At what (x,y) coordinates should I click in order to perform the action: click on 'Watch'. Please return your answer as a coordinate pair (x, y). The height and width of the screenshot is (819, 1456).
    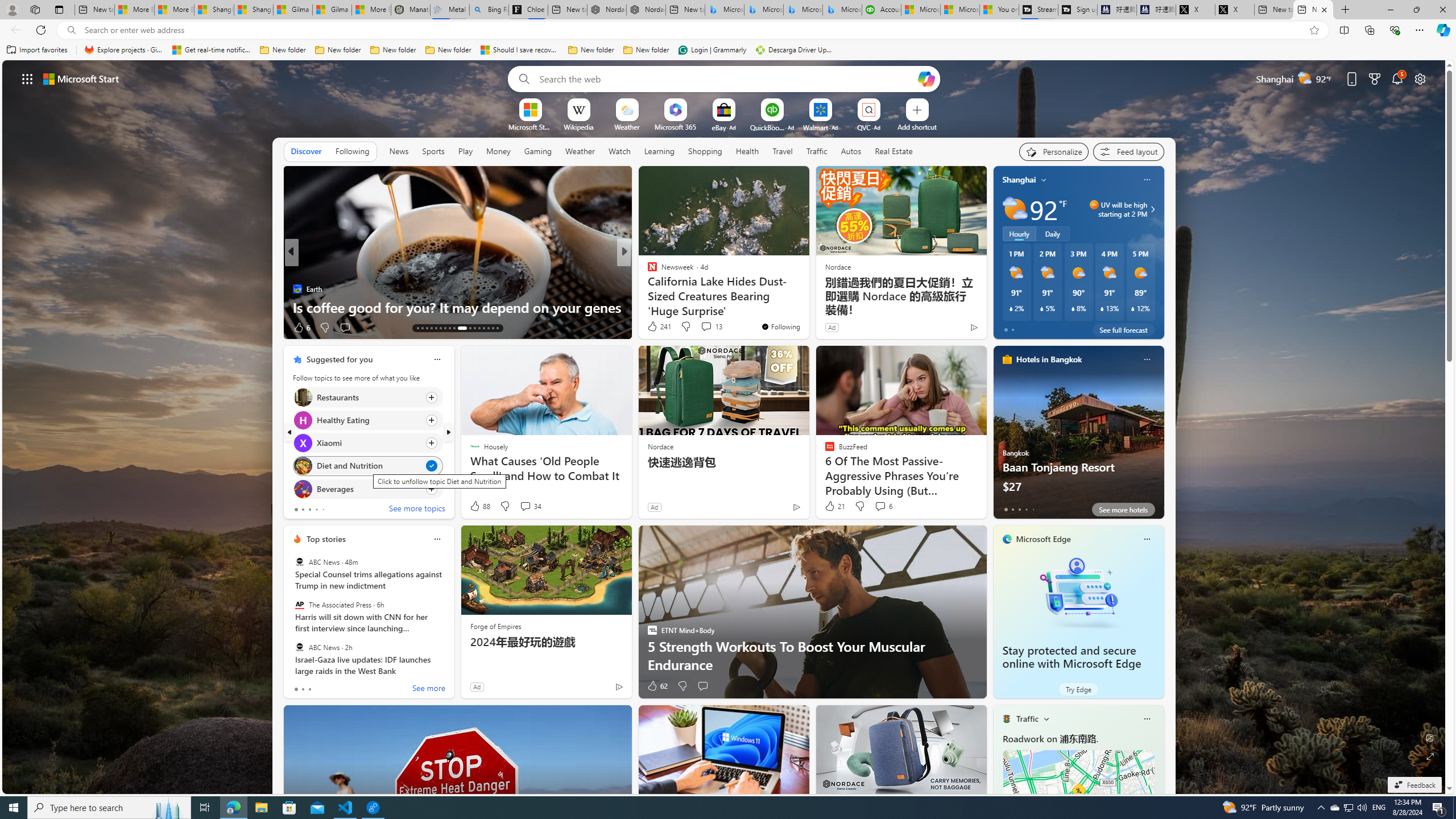
    Looking at the image, I should click on (619, 150).